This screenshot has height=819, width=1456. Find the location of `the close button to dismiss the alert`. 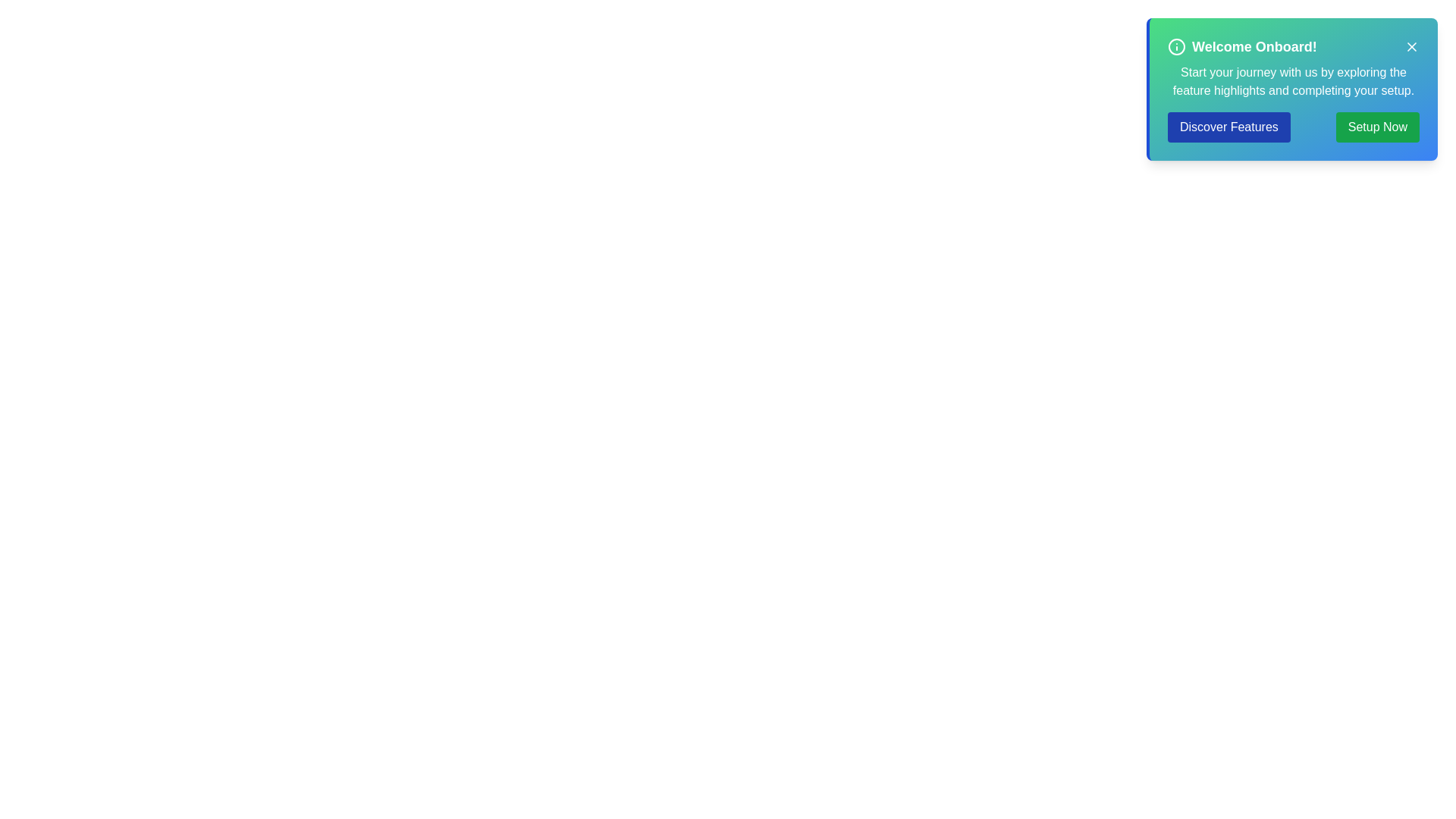

the close button to dismiss the alert is located at coordinates (1411, 45).